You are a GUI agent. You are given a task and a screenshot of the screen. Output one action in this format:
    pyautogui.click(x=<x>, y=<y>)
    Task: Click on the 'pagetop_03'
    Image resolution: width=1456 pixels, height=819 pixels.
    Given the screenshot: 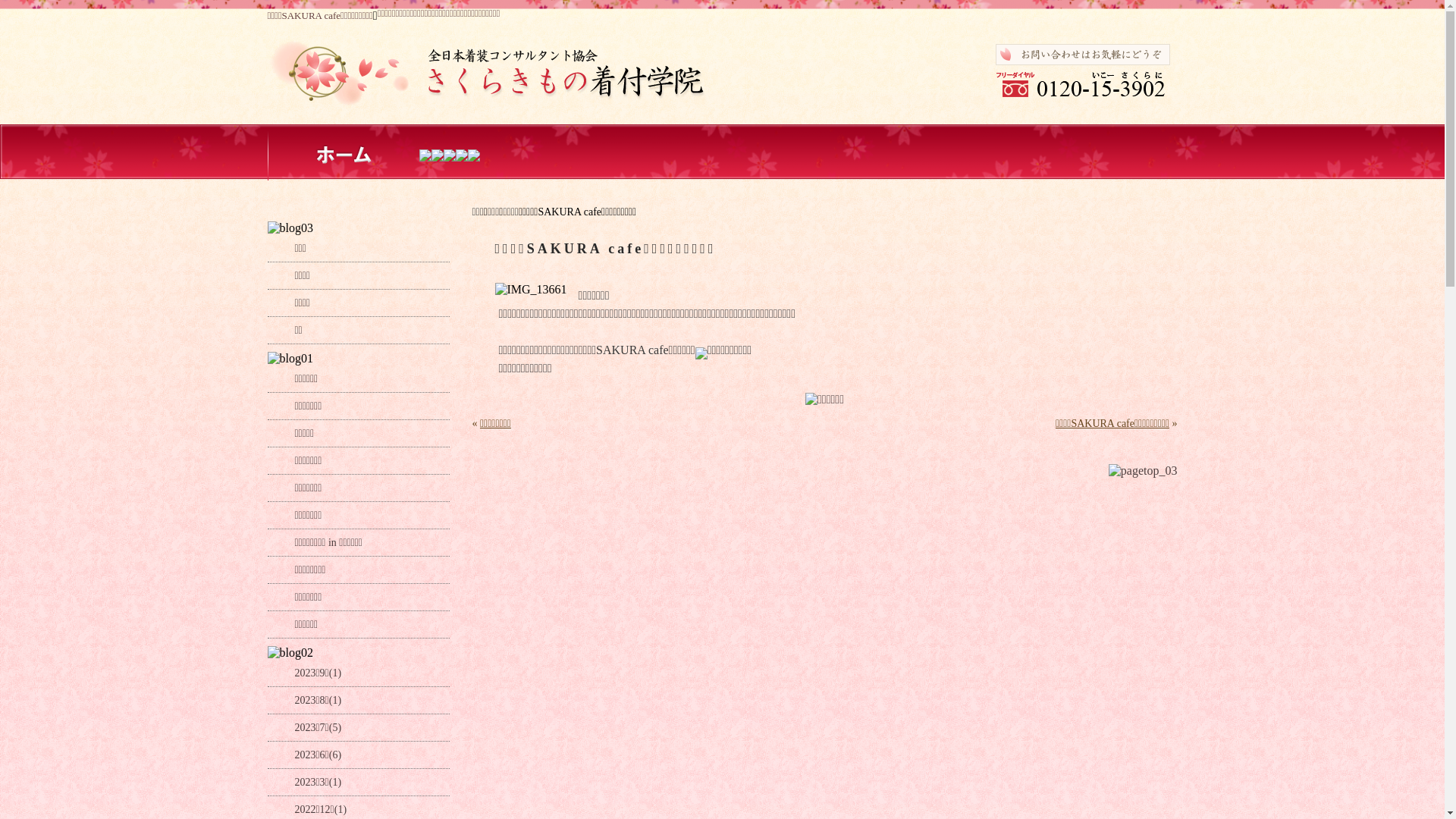 What is the action you would take?
    pyautogui.click(x=1143, y=470)
    